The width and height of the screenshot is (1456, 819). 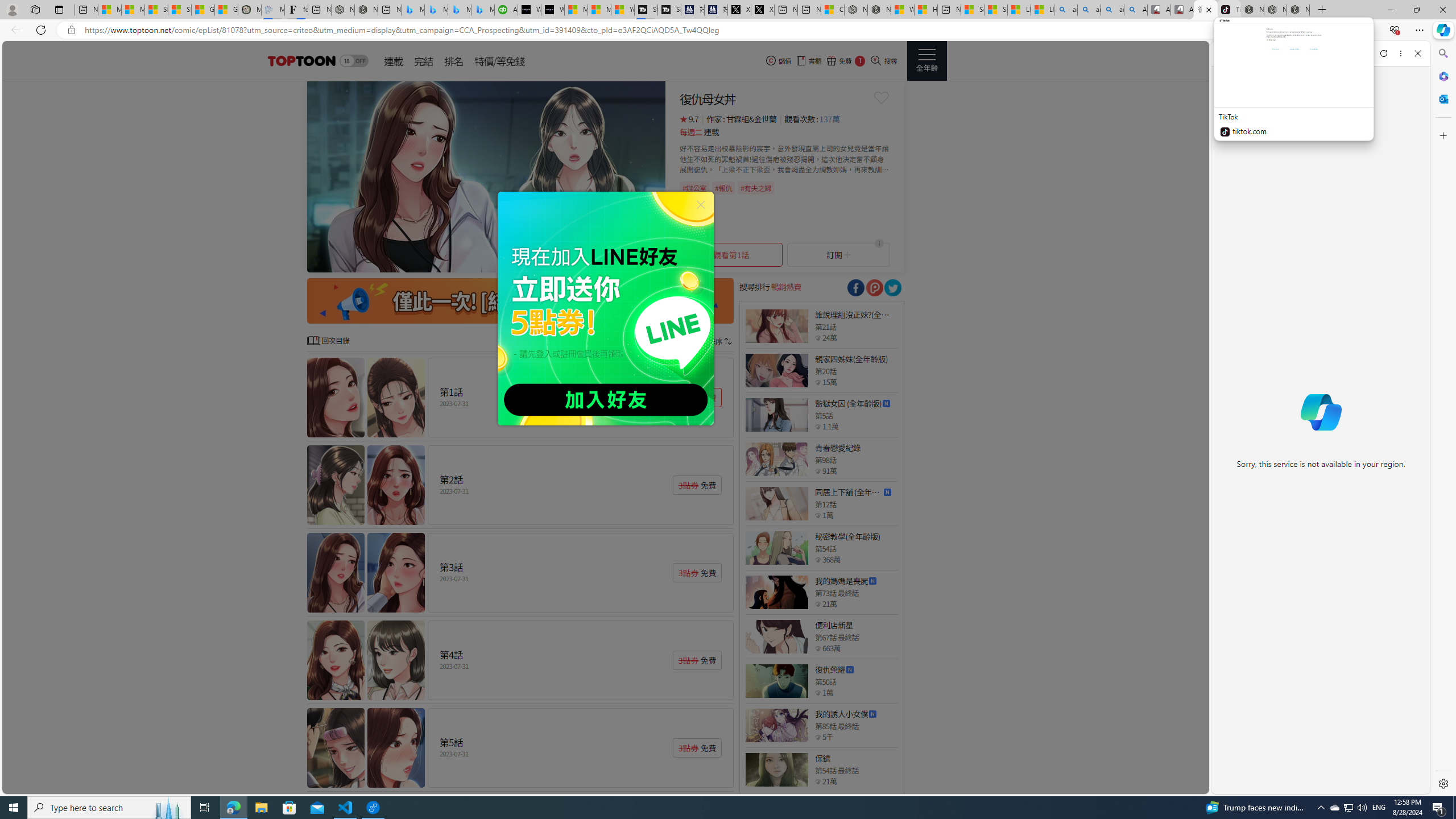 I want to click on 'Side bar', so click(x=1443, y=418).